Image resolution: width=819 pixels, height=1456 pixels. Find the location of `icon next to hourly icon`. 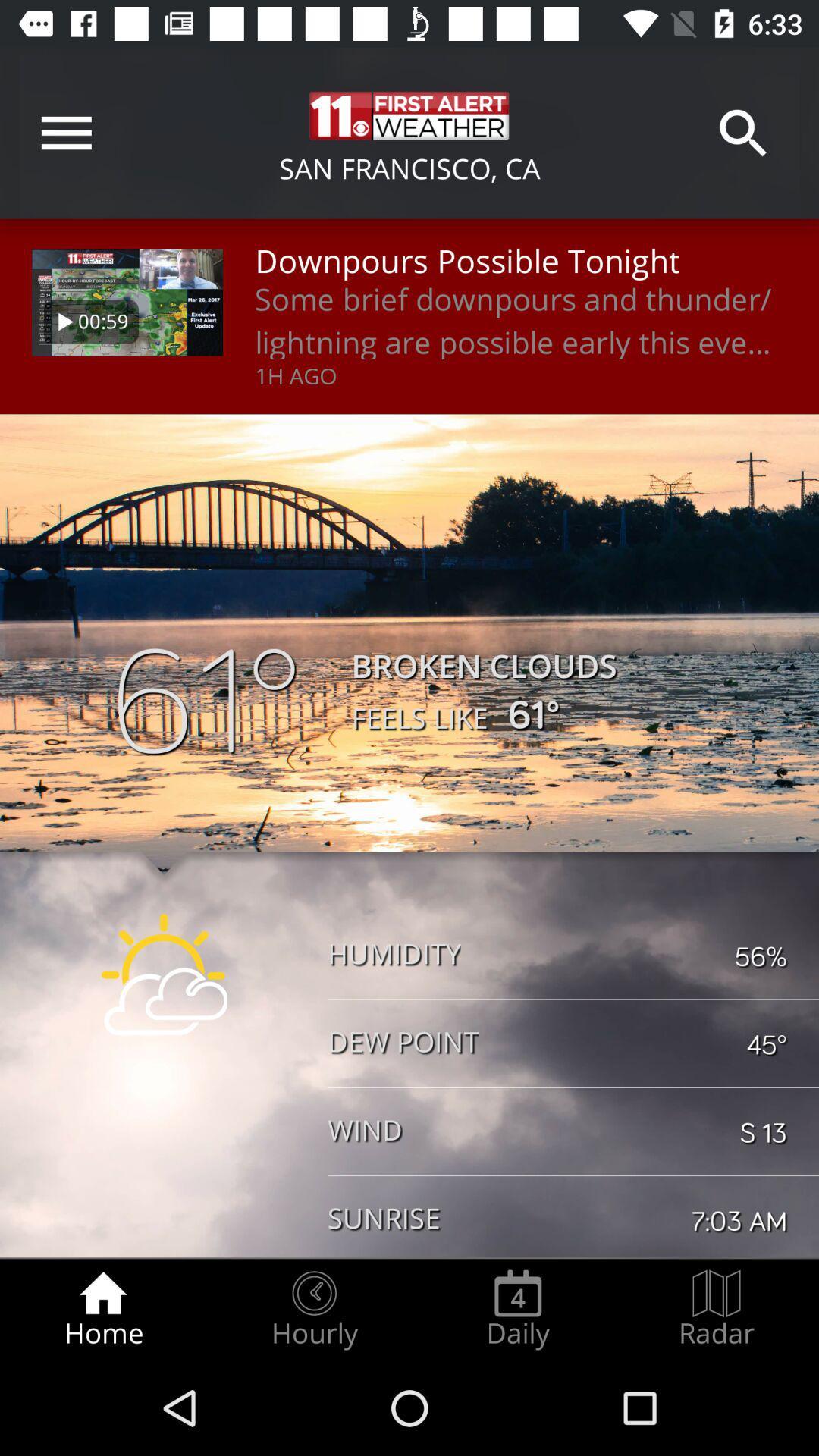

icon next to hourly icon is located at coordinates (102, 1309).